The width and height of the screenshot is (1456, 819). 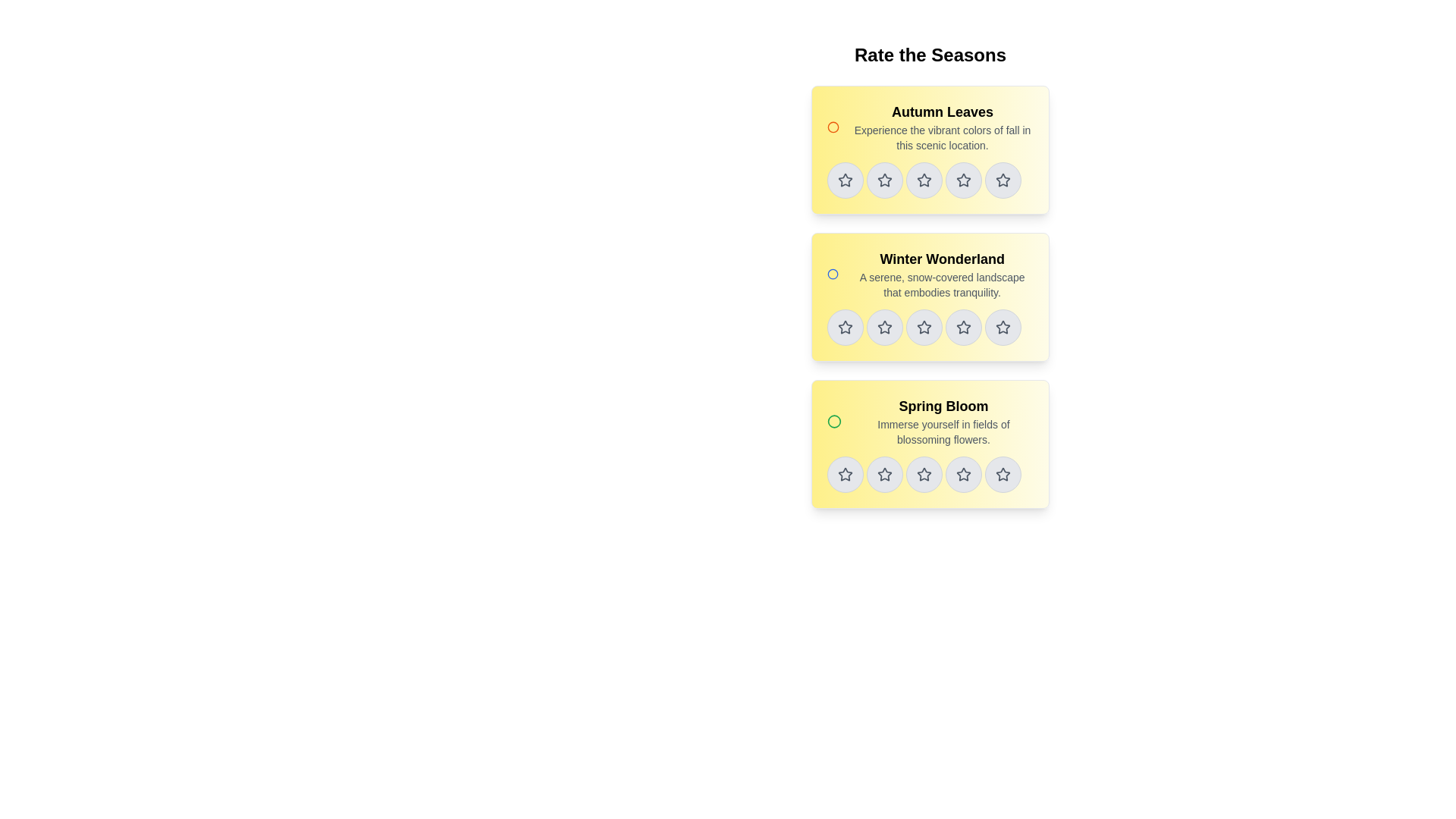 What do you see at coordinates (833, 127) in the screenshot?
I see `the circular icon with an orange outline located next to the text 'Autumn Leaves' in the top-left section of the yellow card` at bounding box center [833, 127].